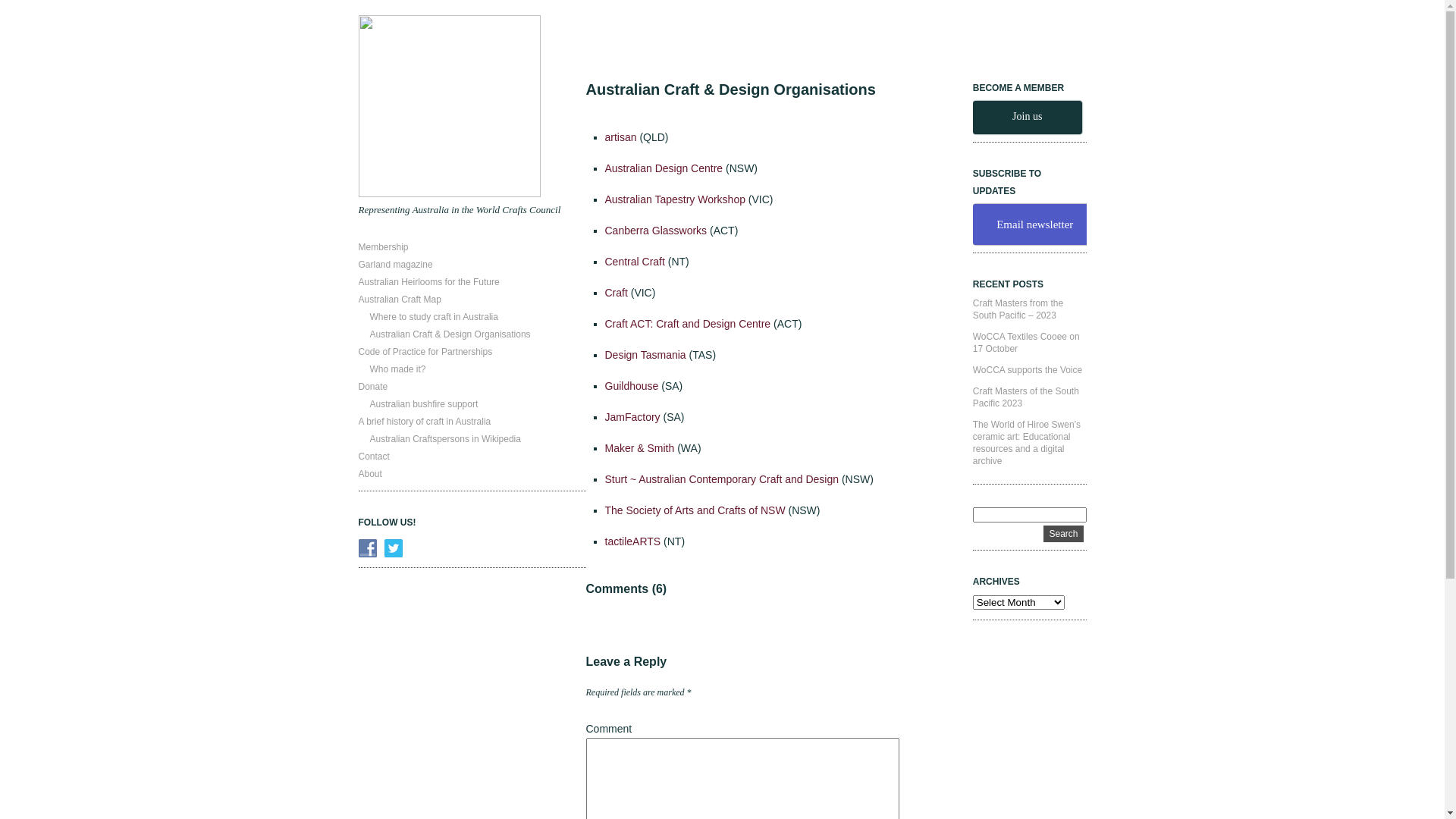 The width and height of the screenshot is (1456, 819). Describe the element at coordinates (1026, 397) in the screenshot. I see `'Craft Masters of the South Pacific 2023'` at that location.